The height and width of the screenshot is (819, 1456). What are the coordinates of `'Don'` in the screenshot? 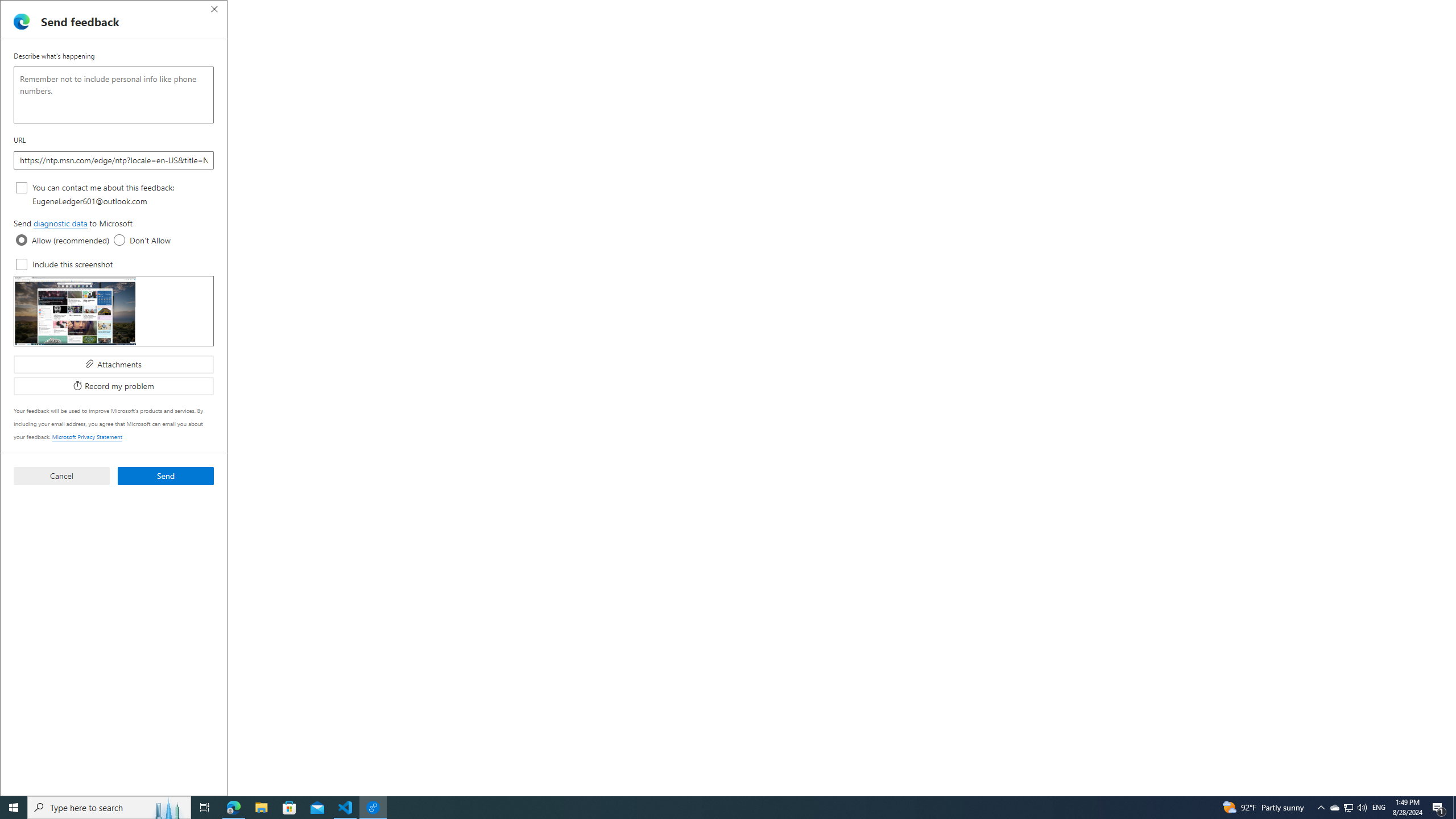 It's located at (118, 239).